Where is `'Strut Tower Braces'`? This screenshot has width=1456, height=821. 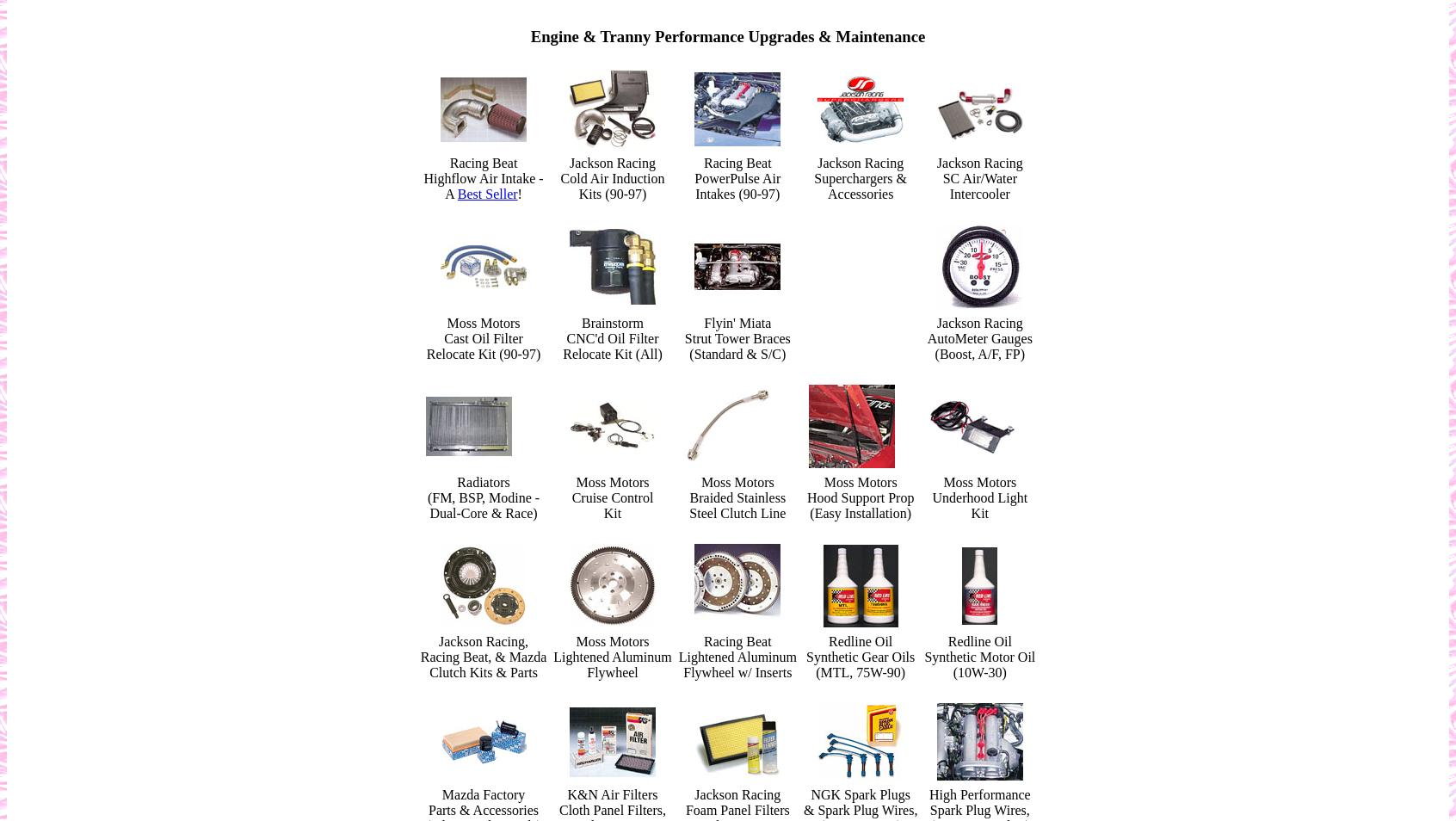
'Strut Tower Braces' is located at coordinates (736, 338).